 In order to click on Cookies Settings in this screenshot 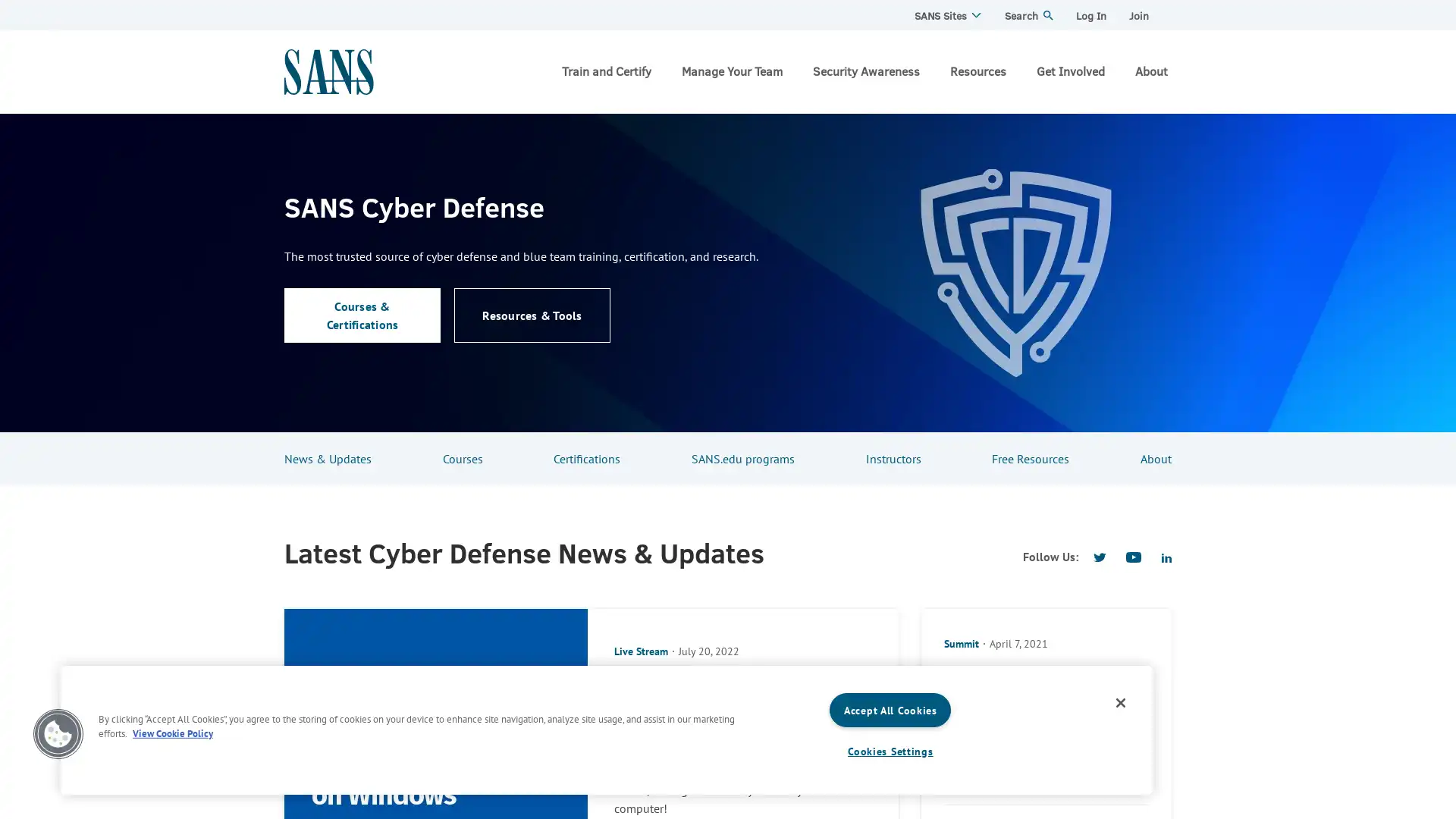, I will do `click(890, 751)`.